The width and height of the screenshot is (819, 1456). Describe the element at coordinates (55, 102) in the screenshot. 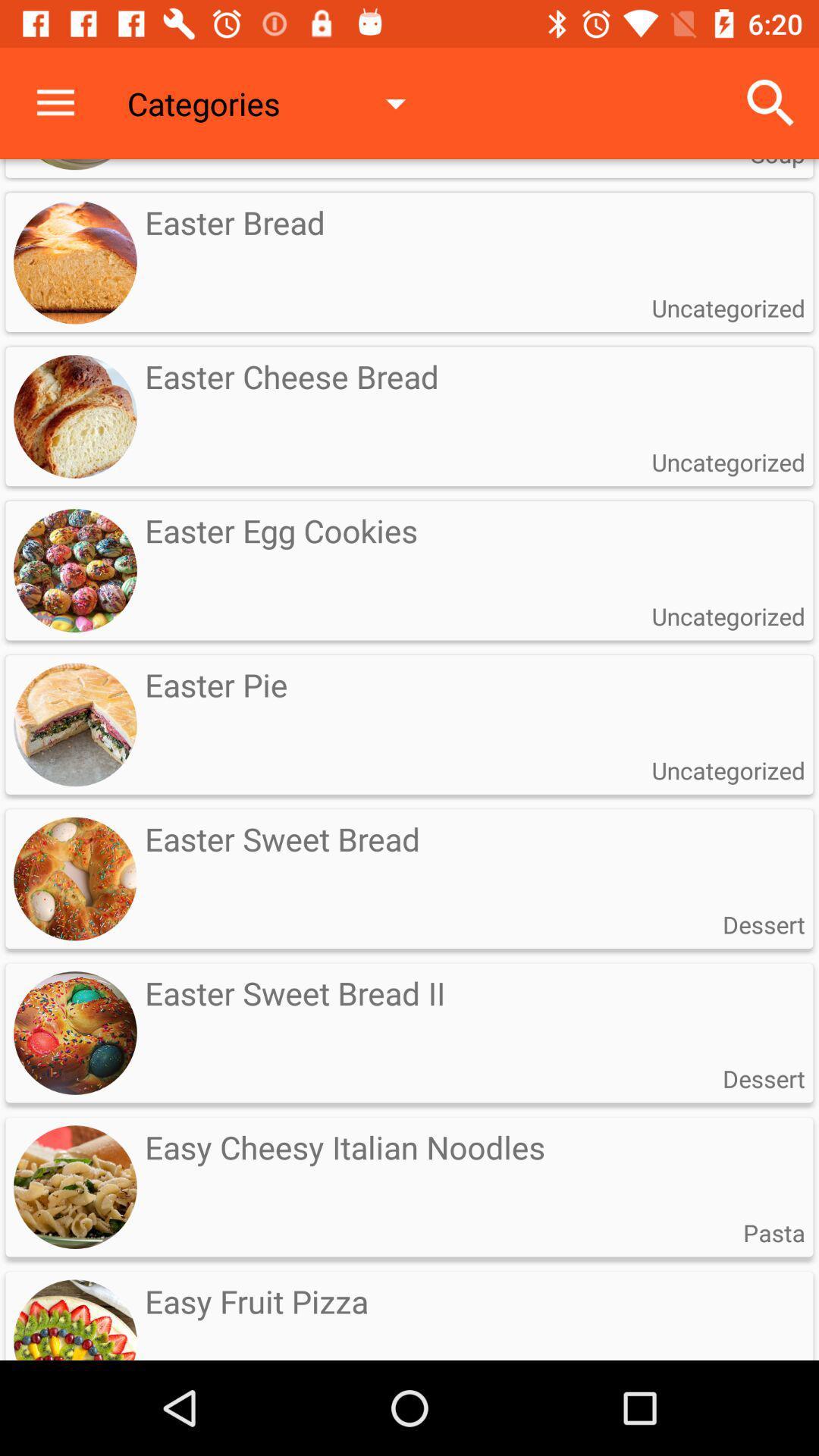

I see `the icon next to the categories` at that location.